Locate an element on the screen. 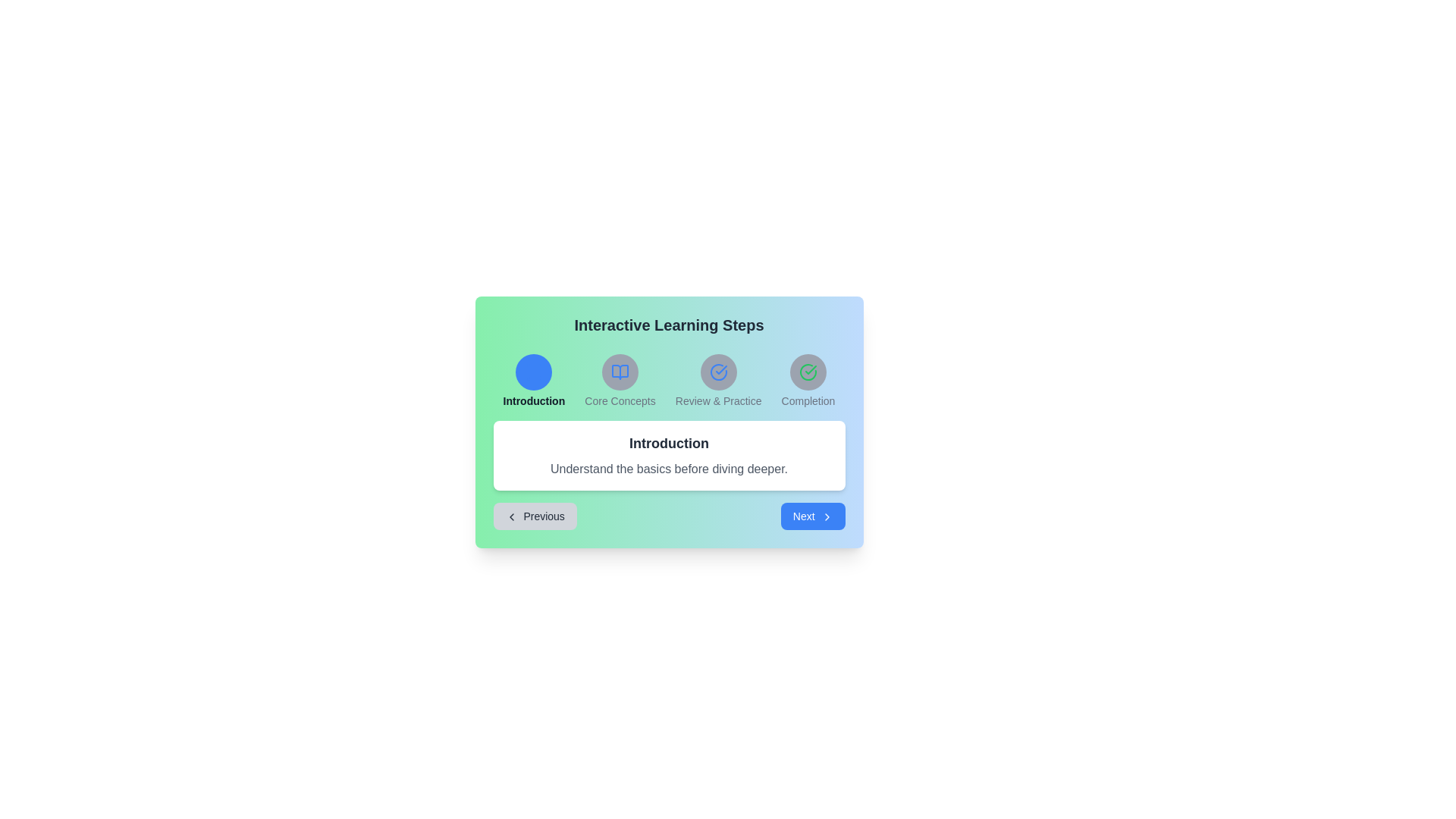 The image size is (1456, 819). the 'Core Concepts' icon in the interactive learning sequence, which is the second icon in a row of four, located directly above the text 'Core Concepts' is located at coordinates (620, 372).